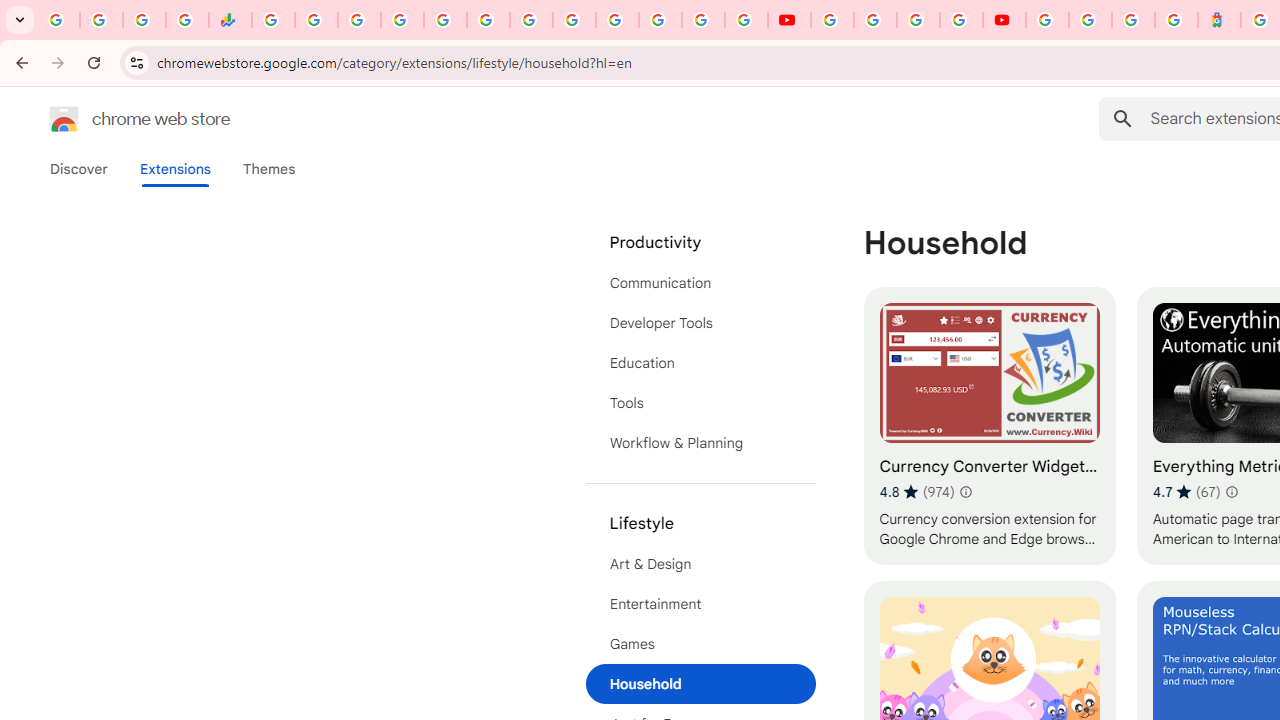  I want to click on 'Extensions', so click(174, 168).